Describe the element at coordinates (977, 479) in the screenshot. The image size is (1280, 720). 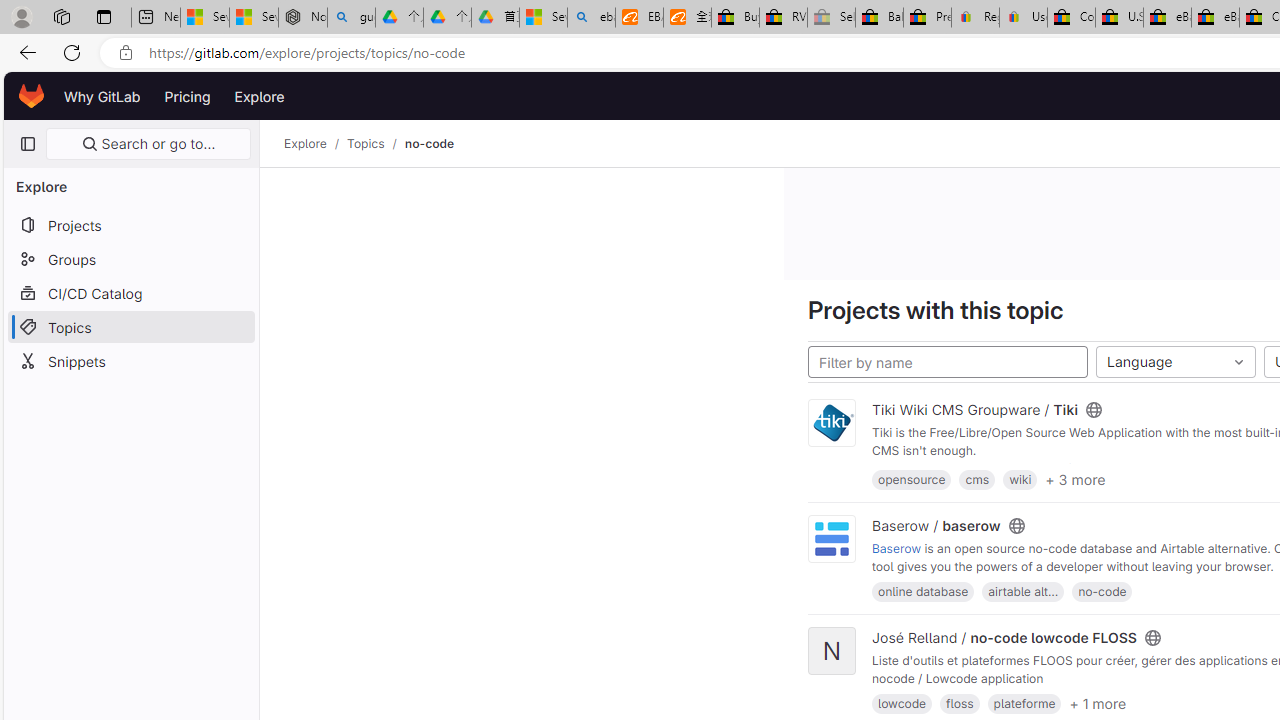
I see `'cms'` at that location.